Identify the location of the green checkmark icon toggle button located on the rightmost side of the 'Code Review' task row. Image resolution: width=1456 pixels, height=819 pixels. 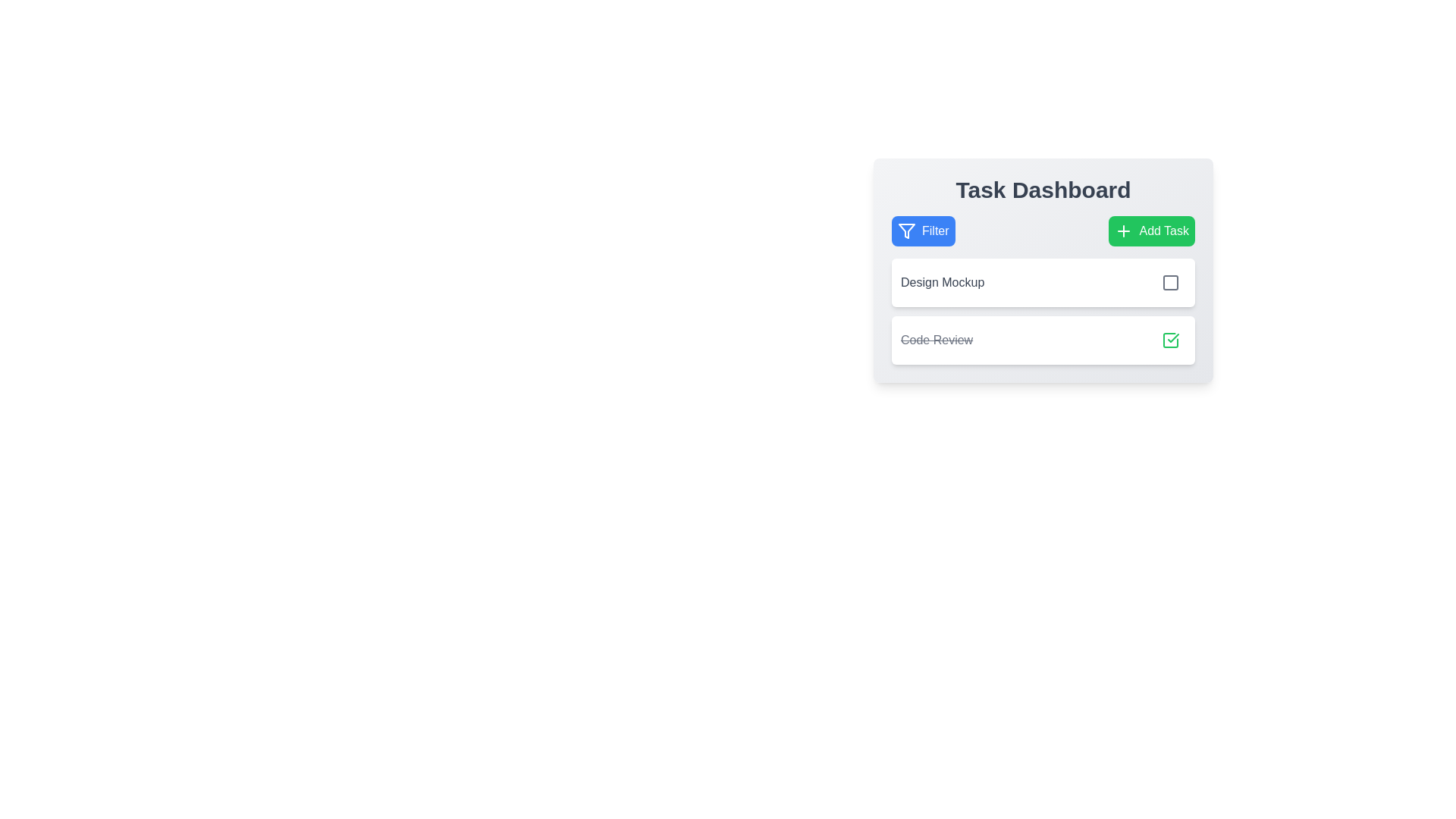
(1170, 339).